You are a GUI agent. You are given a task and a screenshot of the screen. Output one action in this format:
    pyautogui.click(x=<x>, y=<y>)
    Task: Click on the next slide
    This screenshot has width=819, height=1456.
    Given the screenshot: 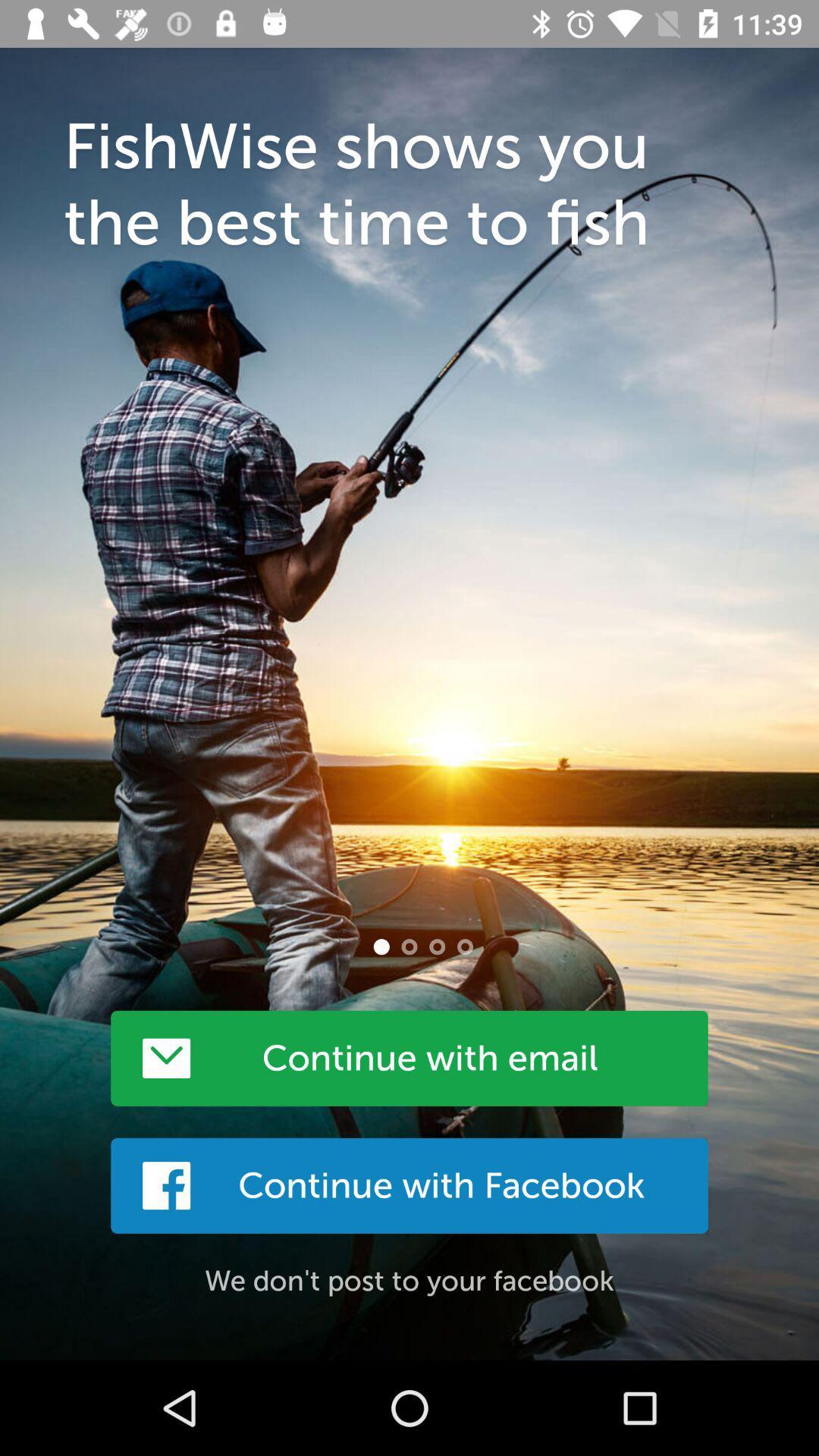 What is the action you would take?
    pyautogui.click(x=409, y=946)
    